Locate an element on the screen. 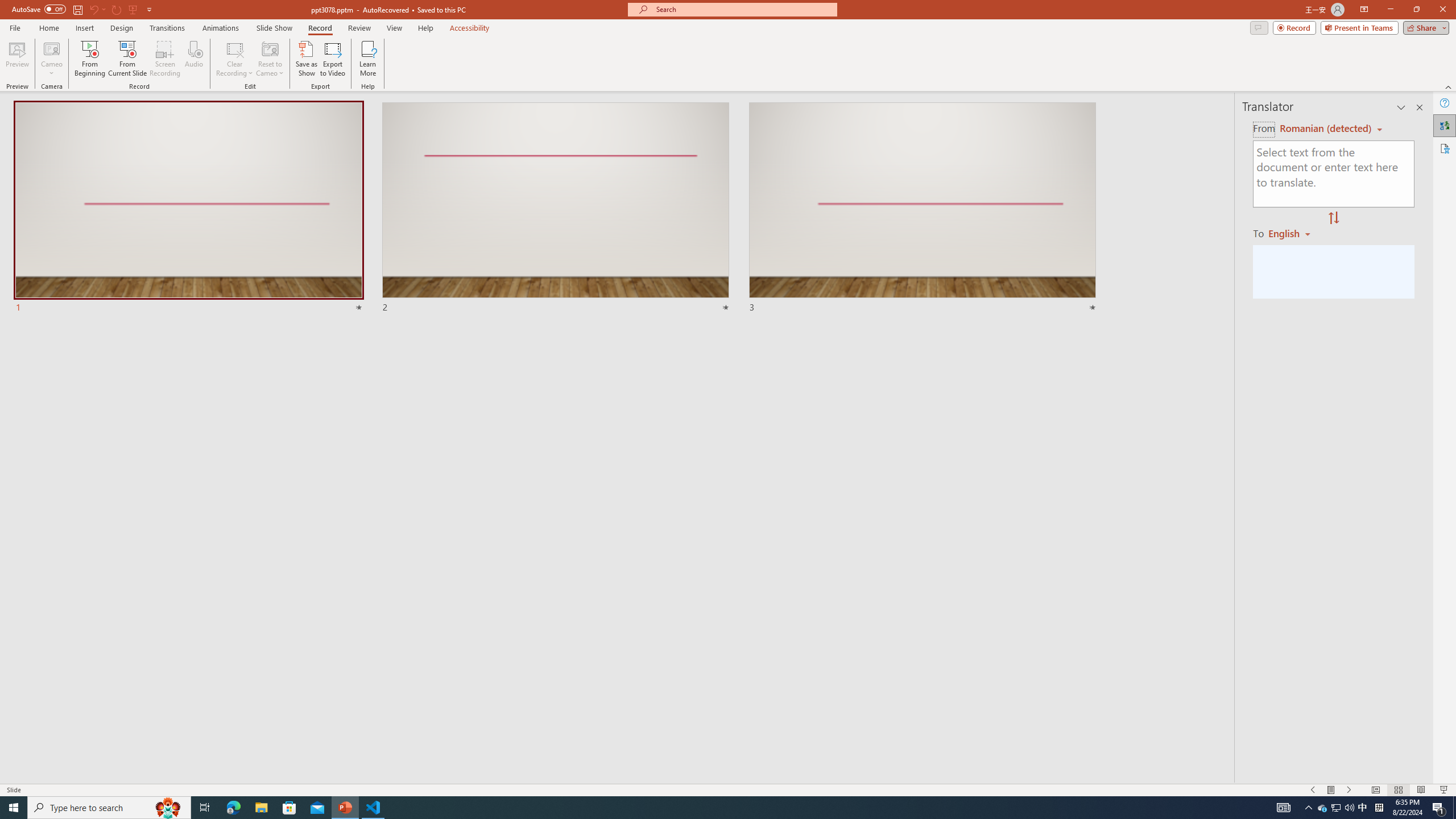 This screenshot has width=1456, height=819. 'Romanian' is located at coordinates (1293, 233).